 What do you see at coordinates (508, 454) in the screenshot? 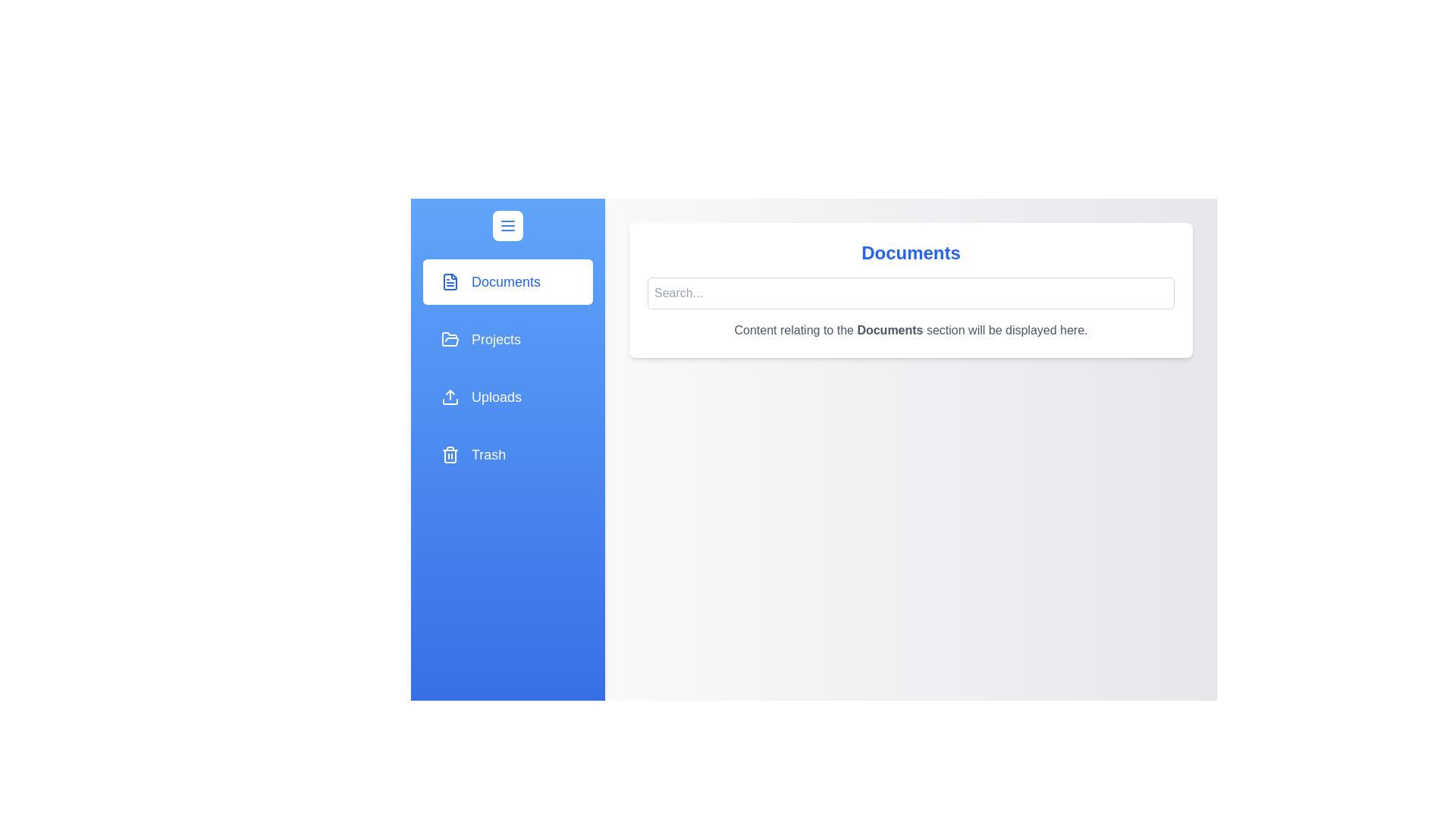
I see `the section Trash from the list` at bounding box center [508, 454].